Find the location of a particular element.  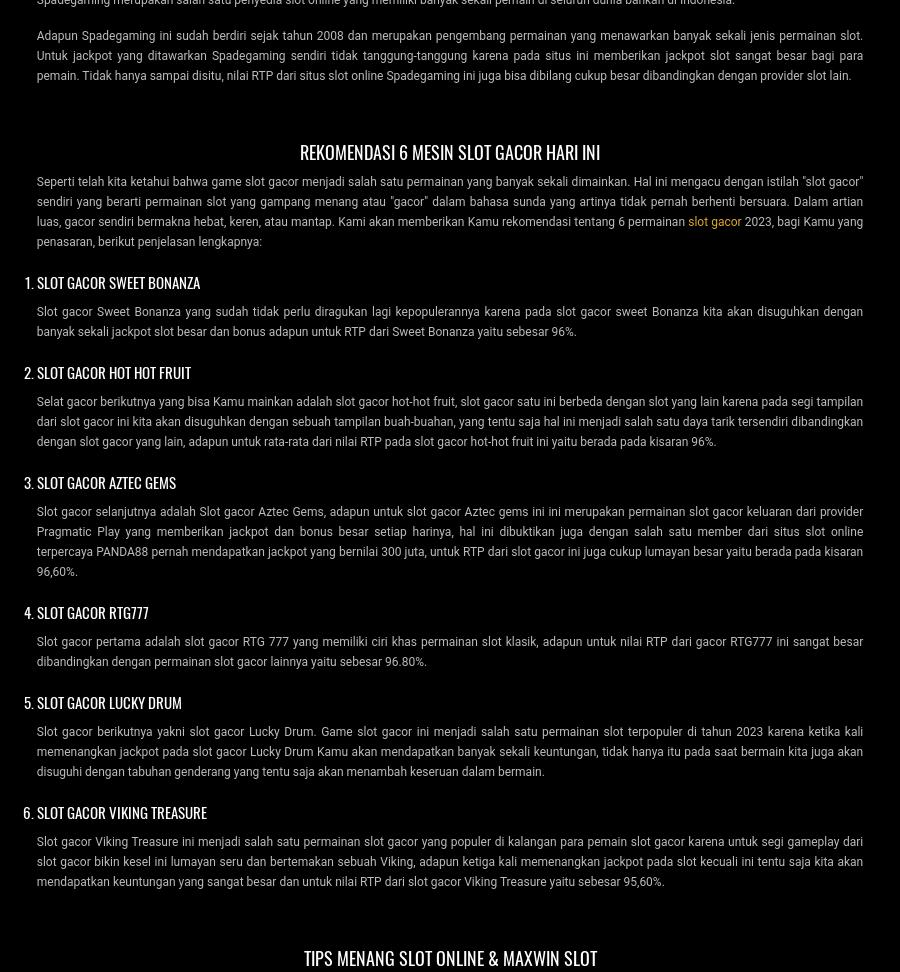

'Slot gacor pertama adalah slot gacor RTG 777 yang memiliki ciri khas permainan slot klasik, adapun untuk nilai RTP dari gacor RTG777 ini sangat besar dibandingkan dengan permainan slot gacor lainnya yaitu sebesar 96.80%.' is located at coordinates (449, 651).